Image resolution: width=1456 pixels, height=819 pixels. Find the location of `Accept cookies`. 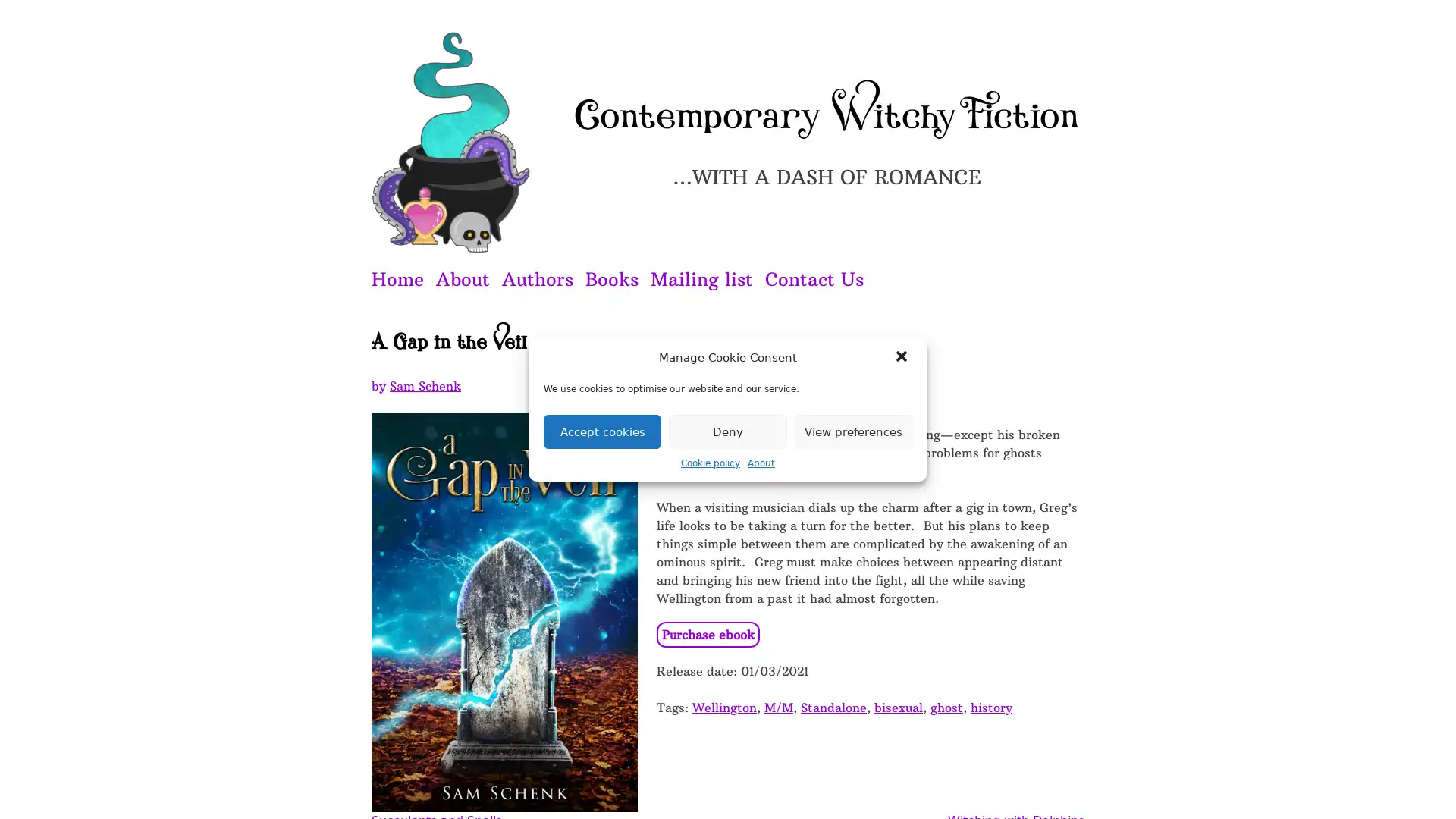

Accept cookies is located at coordinates (601, 431).